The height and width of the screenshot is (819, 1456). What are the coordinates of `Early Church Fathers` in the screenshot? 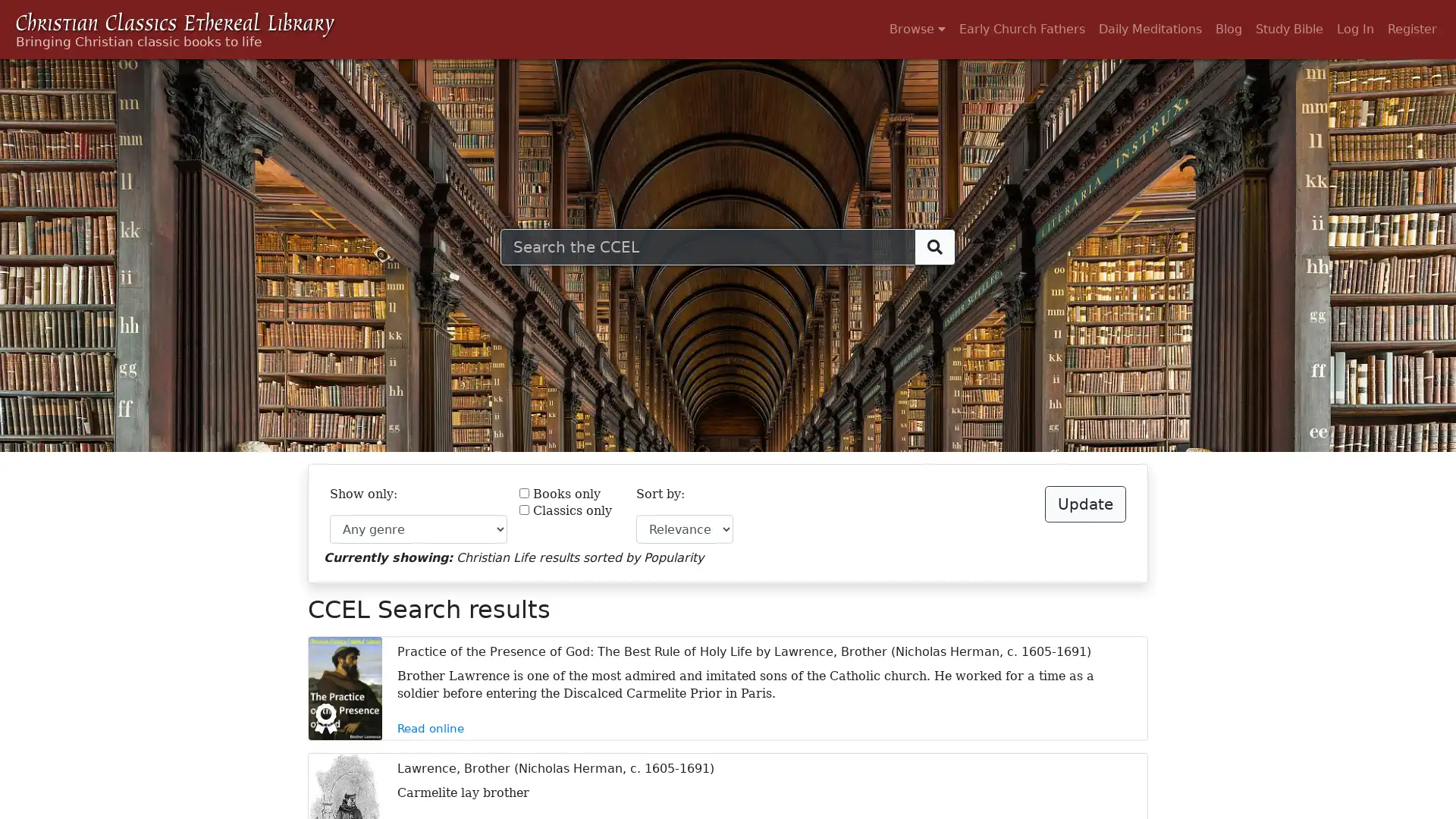 It's located at (1022, 29).